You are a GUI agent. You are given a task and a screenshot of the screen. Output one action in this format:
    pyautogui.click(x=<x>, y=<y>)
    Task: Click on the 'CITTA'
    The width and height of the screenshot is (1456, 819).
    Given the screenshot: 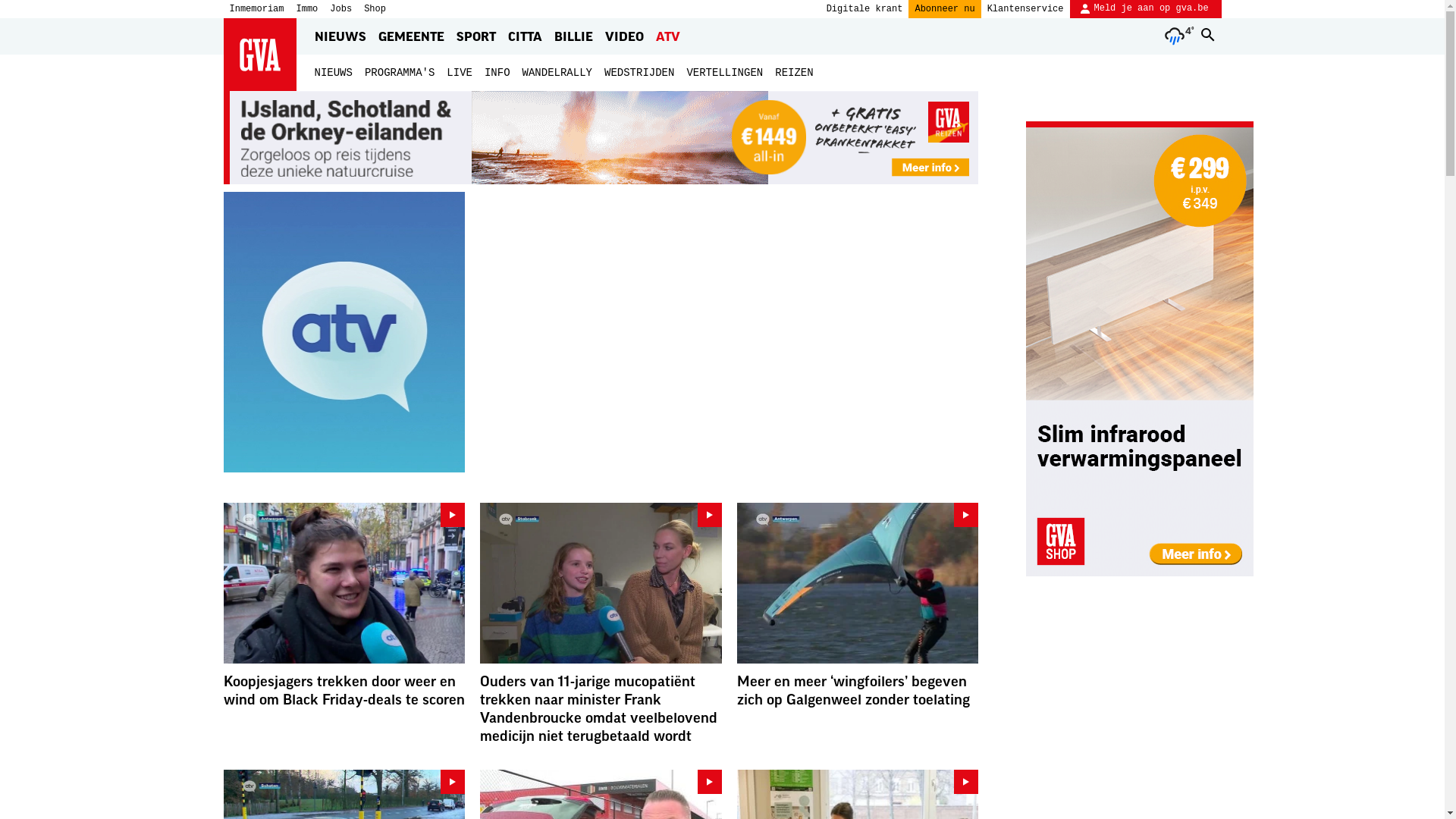 What is the action you would take?
    pyautogui.click(x=525, y=35)
    